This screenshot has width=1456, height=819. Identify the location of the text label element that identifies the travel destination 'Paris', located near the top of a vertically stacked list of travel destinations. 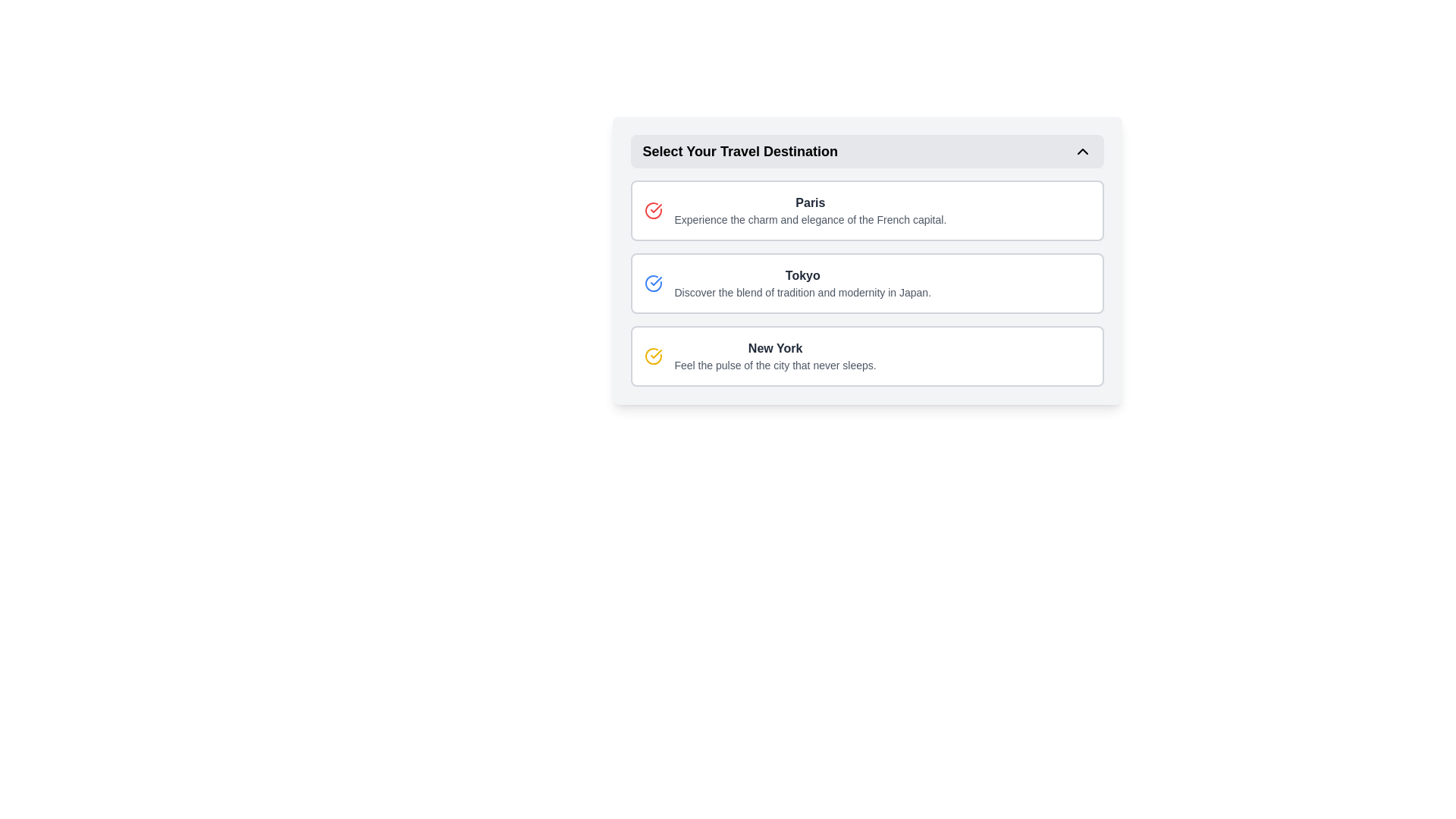
(809, 202).